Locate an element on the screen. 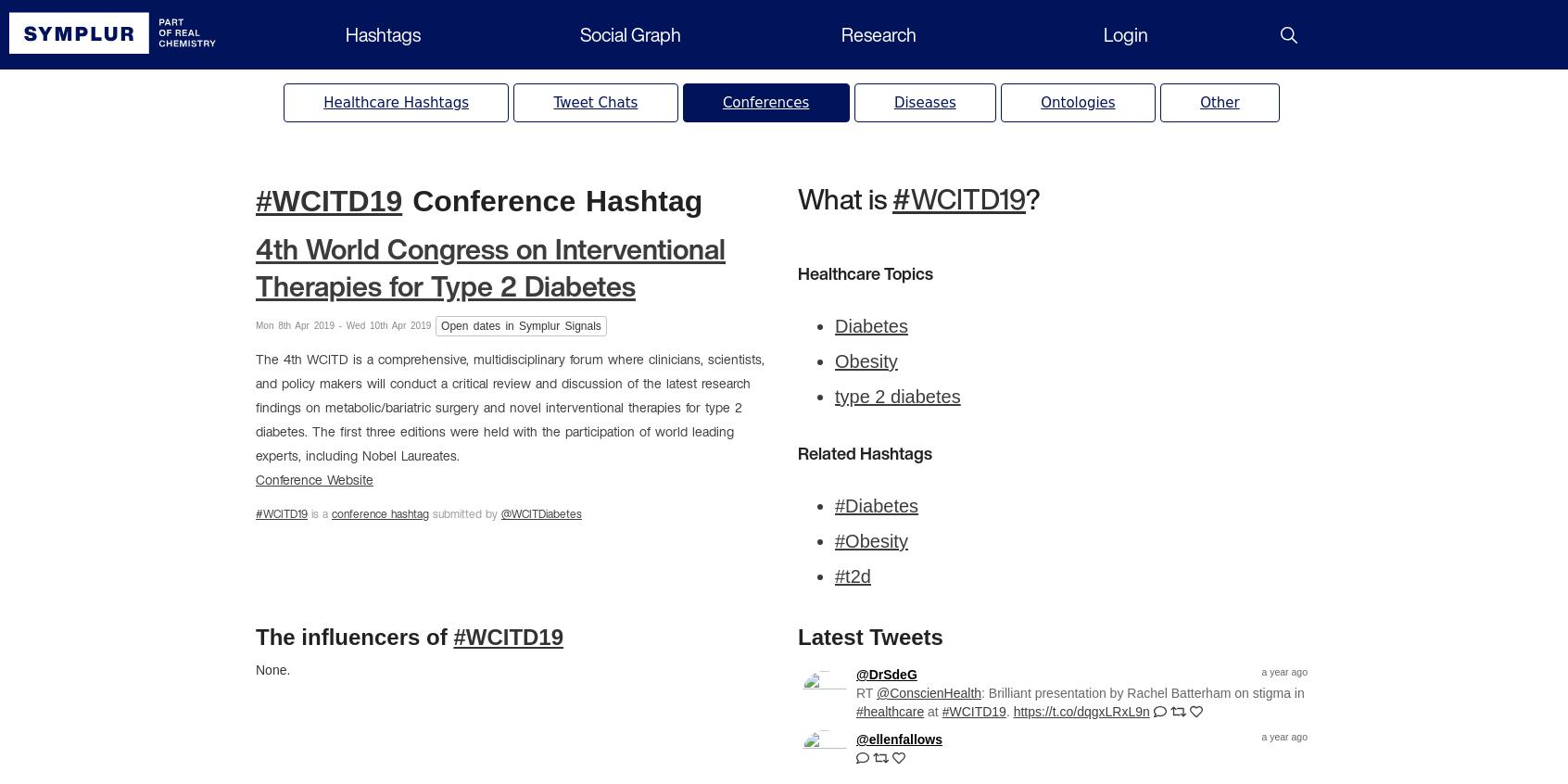 This screenshot has height=784, width=1568. 'Tweet Chats' is located at coordinates (551, 102).